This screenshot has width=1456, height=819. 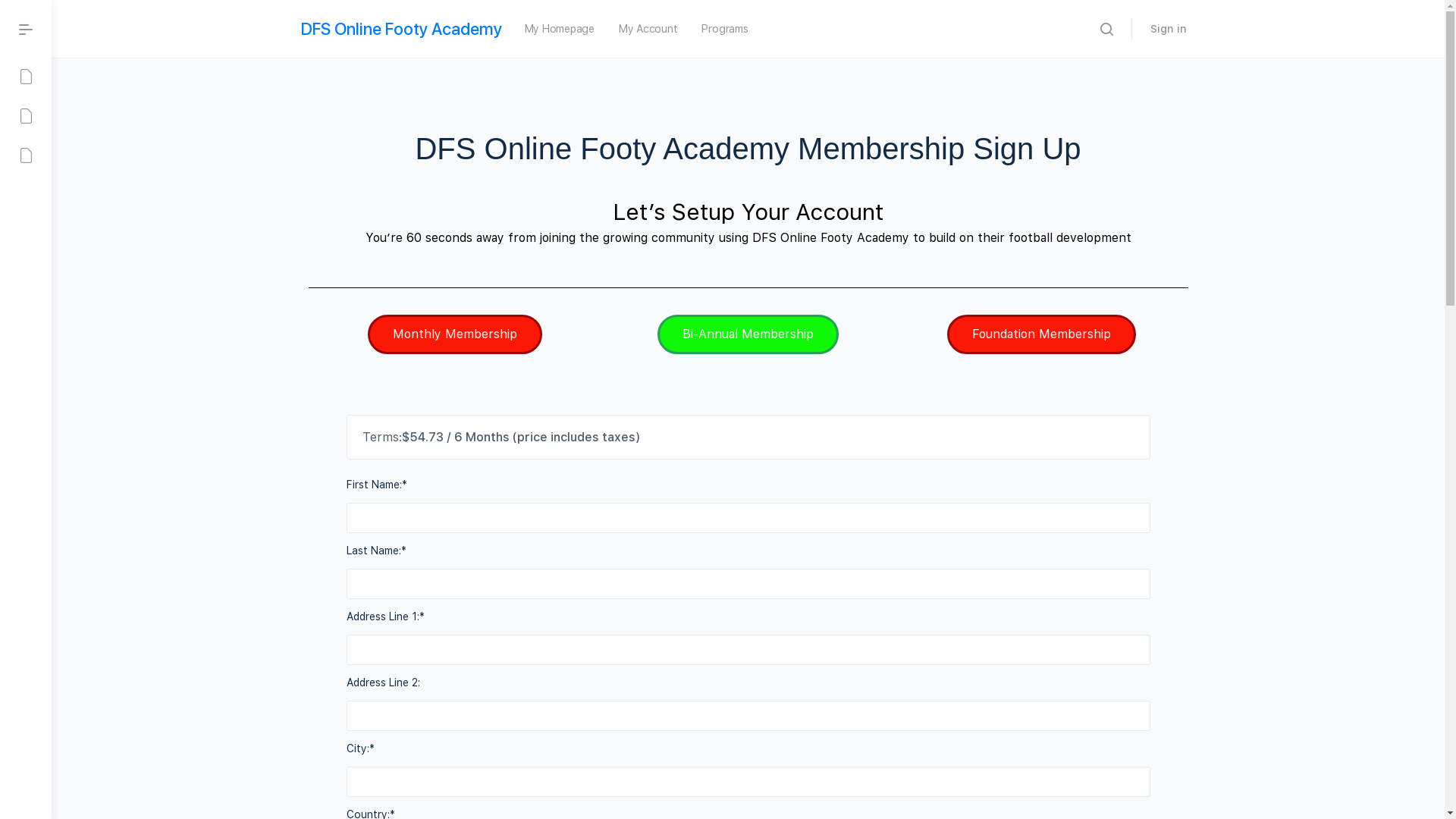 I want to click on 'Monthly Membership', so click(x=454, y=333).